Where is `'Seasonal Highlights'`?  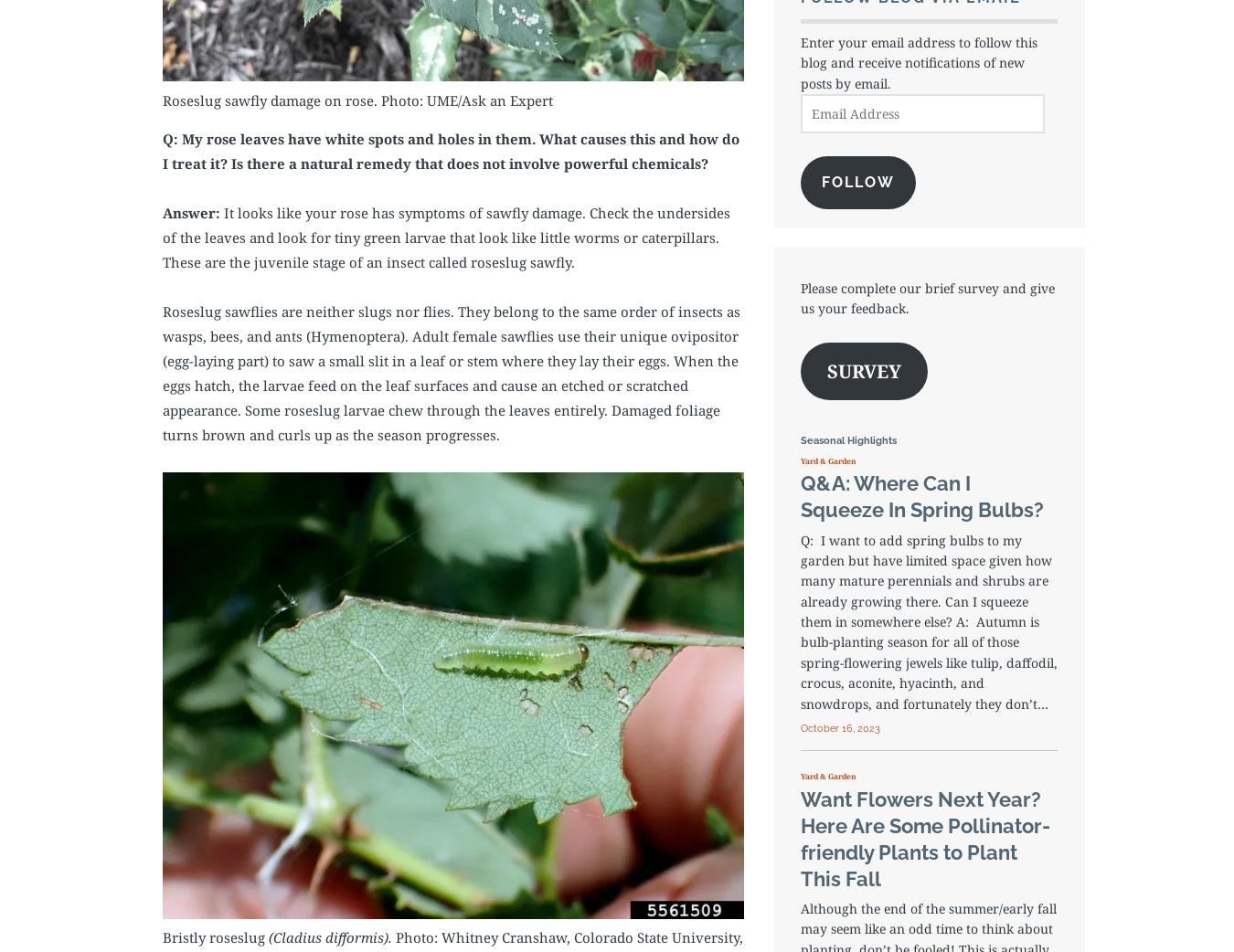
'Seasonal Highlights' is located at coordinates (846, 440).